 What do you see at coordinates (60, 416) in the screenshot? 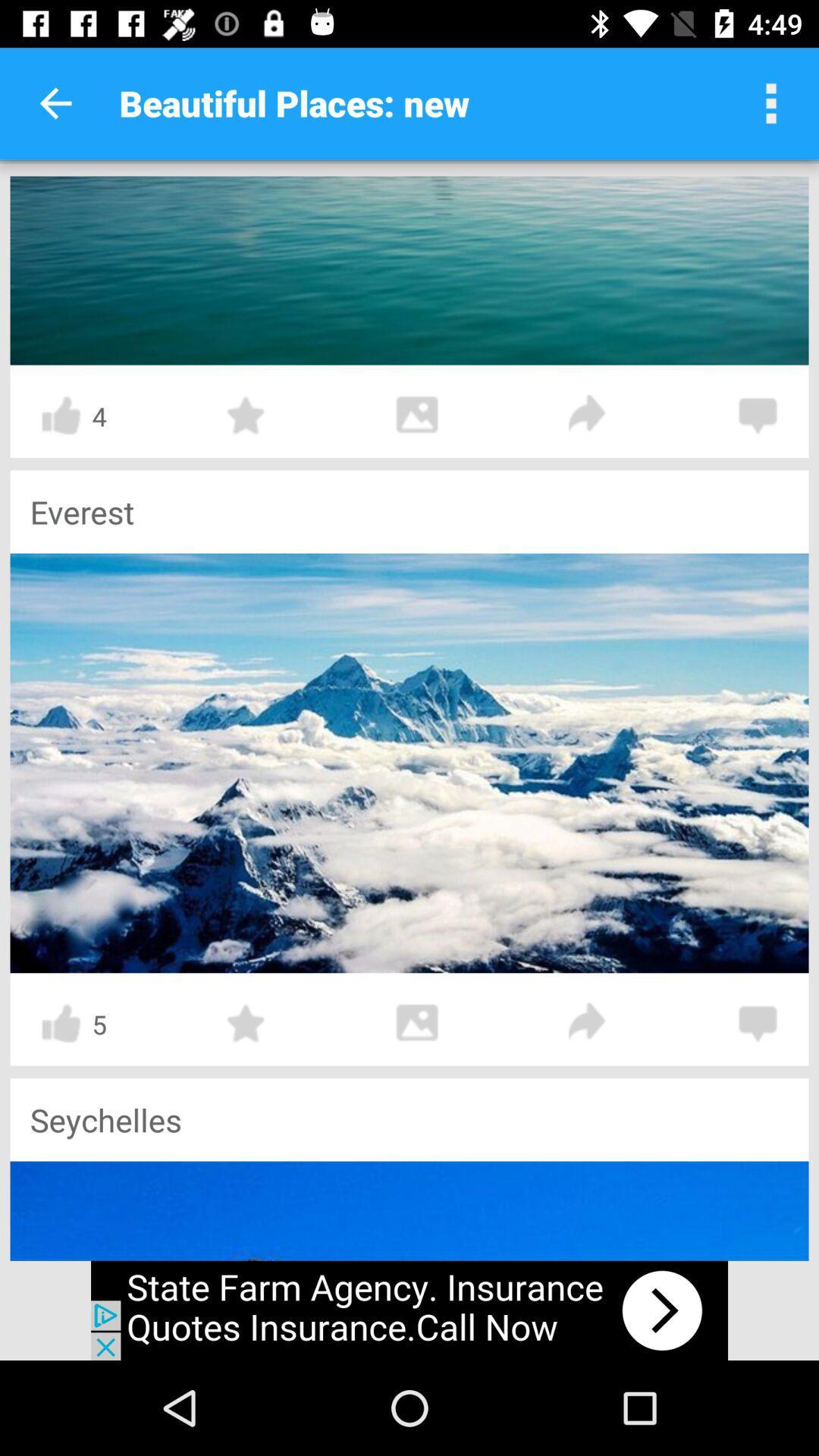
I see `like symbol` at bounding box center [60, 416].